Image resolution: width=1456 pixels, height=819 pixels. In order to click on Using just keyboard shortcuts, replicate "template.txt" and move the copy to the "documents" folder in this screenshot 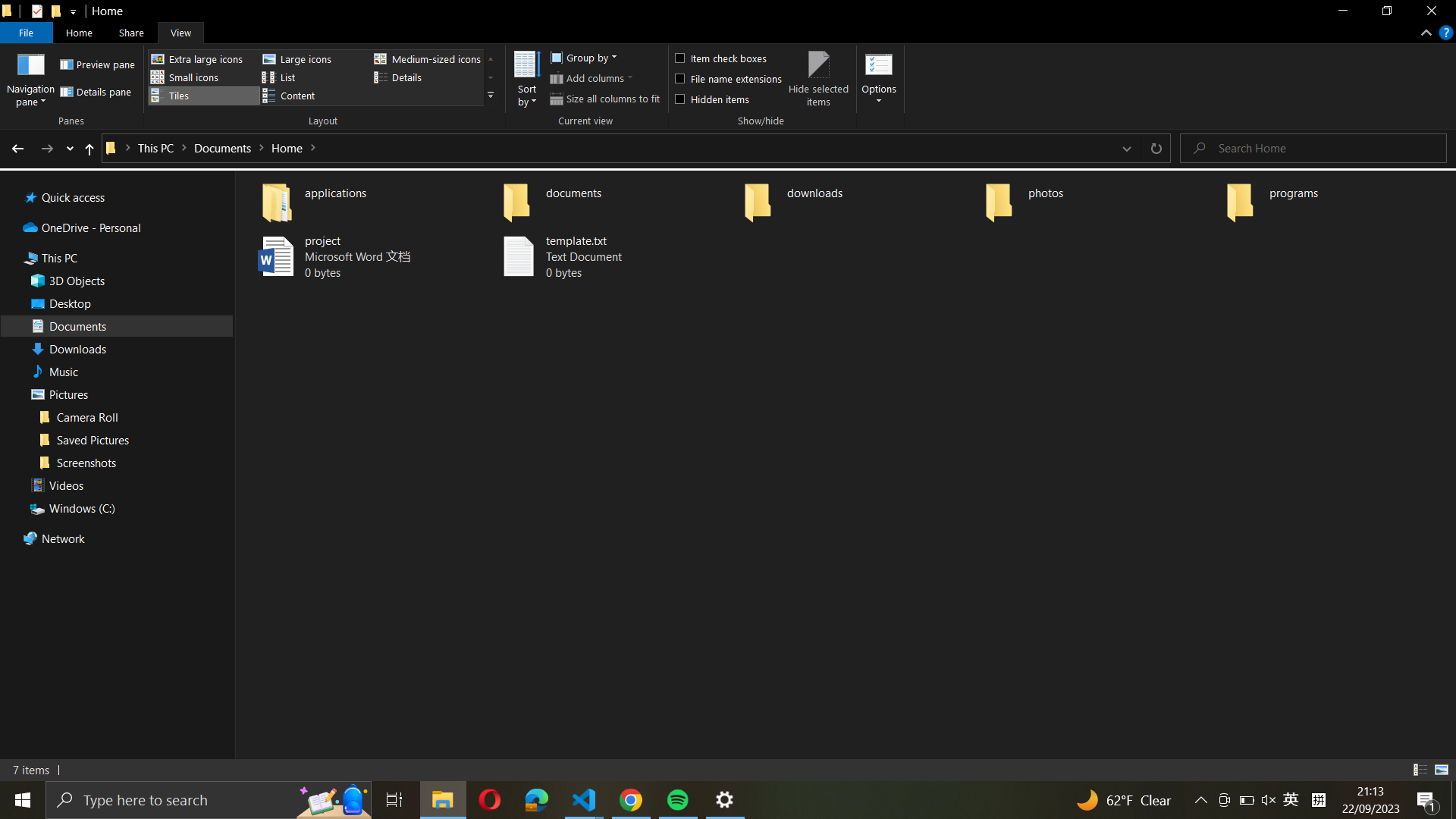, I will do `click(615, 257)`.